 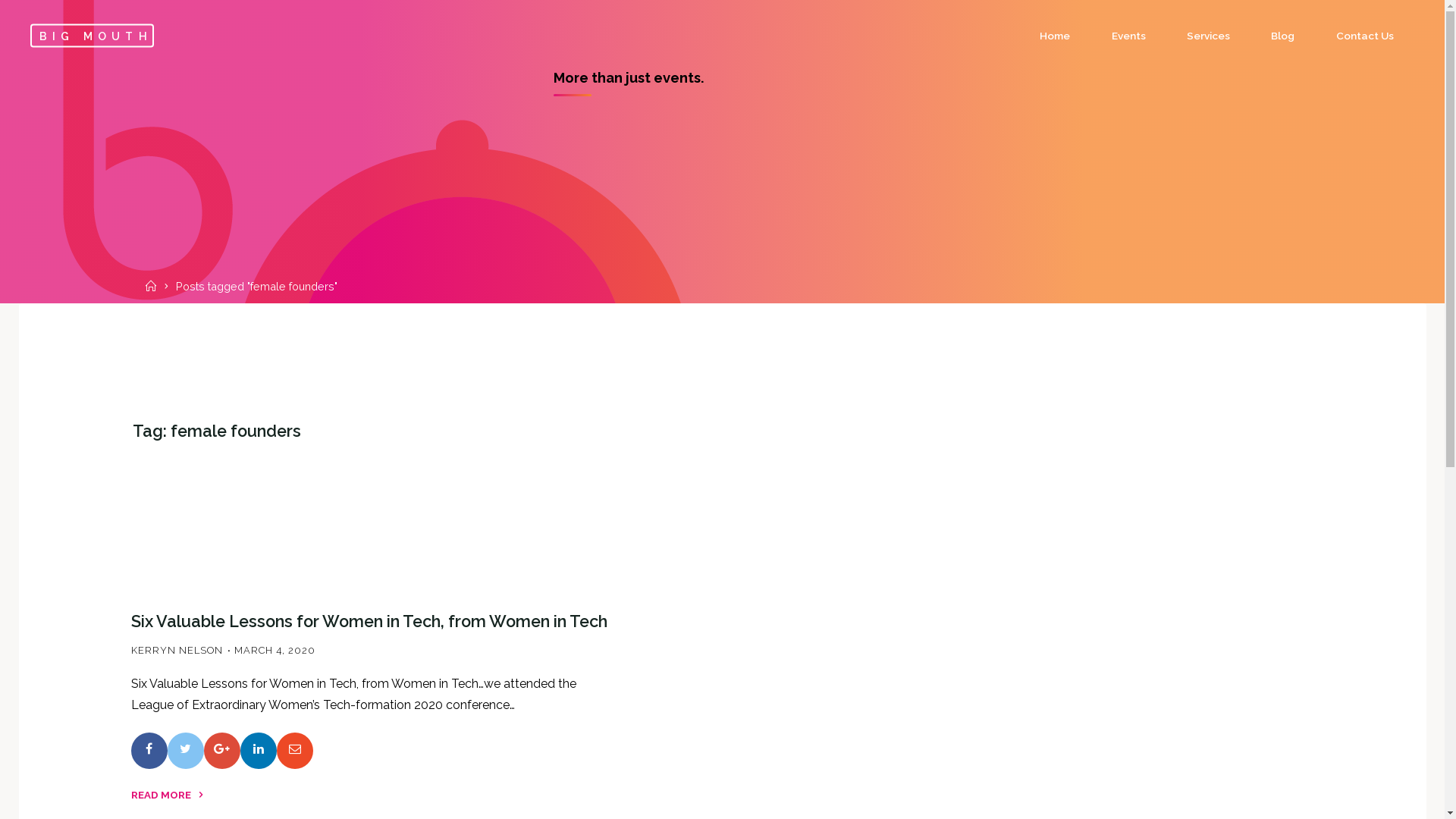 I want to click on 'Blog', so click(x=1282, y=35).